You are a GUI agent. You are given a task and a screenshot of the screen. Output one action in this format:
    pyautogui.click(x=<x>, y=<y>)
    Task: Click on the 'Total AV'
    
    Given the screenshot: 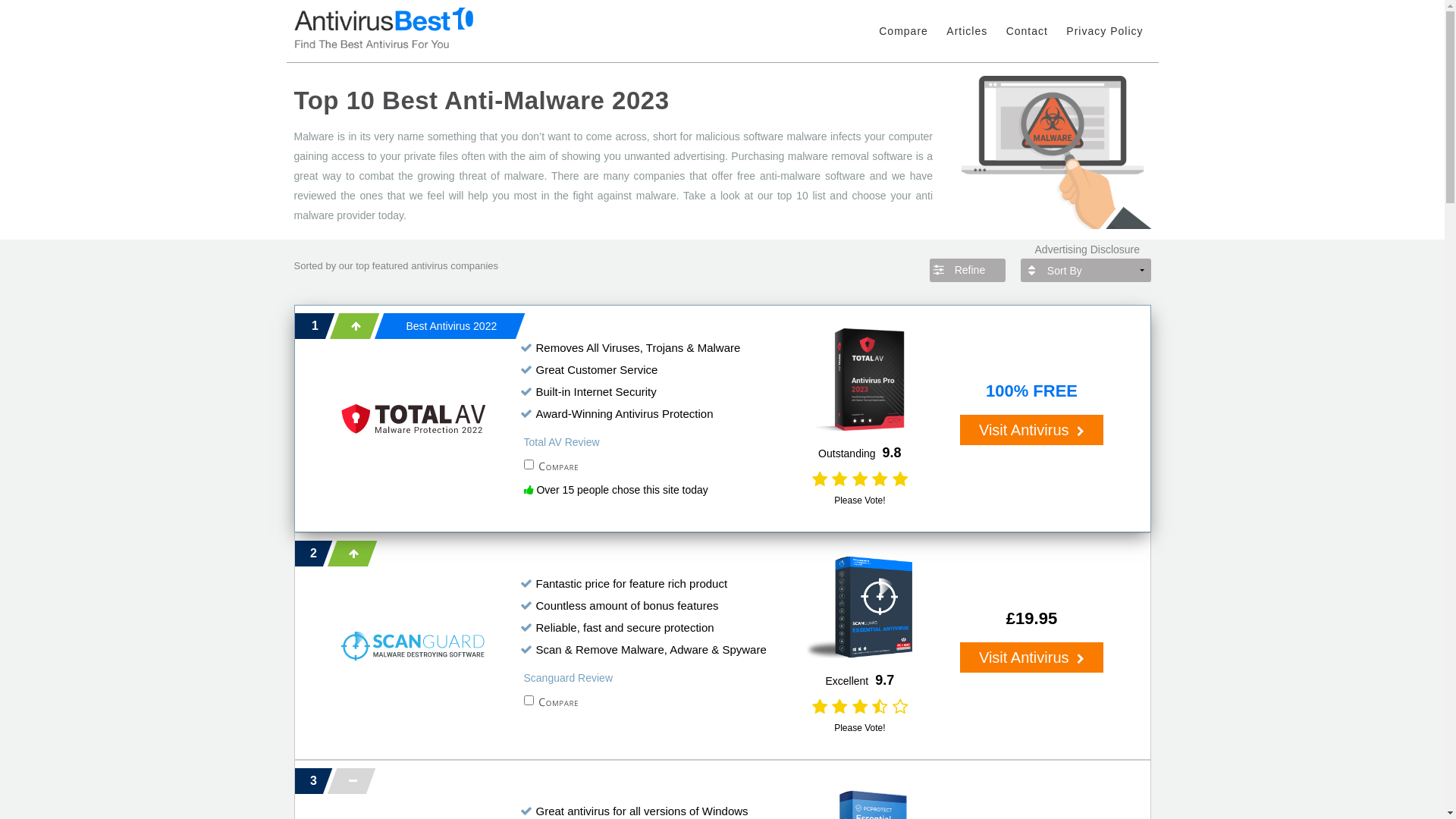 What is the action you would take?
    pyautogui.click(x=340, y=418)
    